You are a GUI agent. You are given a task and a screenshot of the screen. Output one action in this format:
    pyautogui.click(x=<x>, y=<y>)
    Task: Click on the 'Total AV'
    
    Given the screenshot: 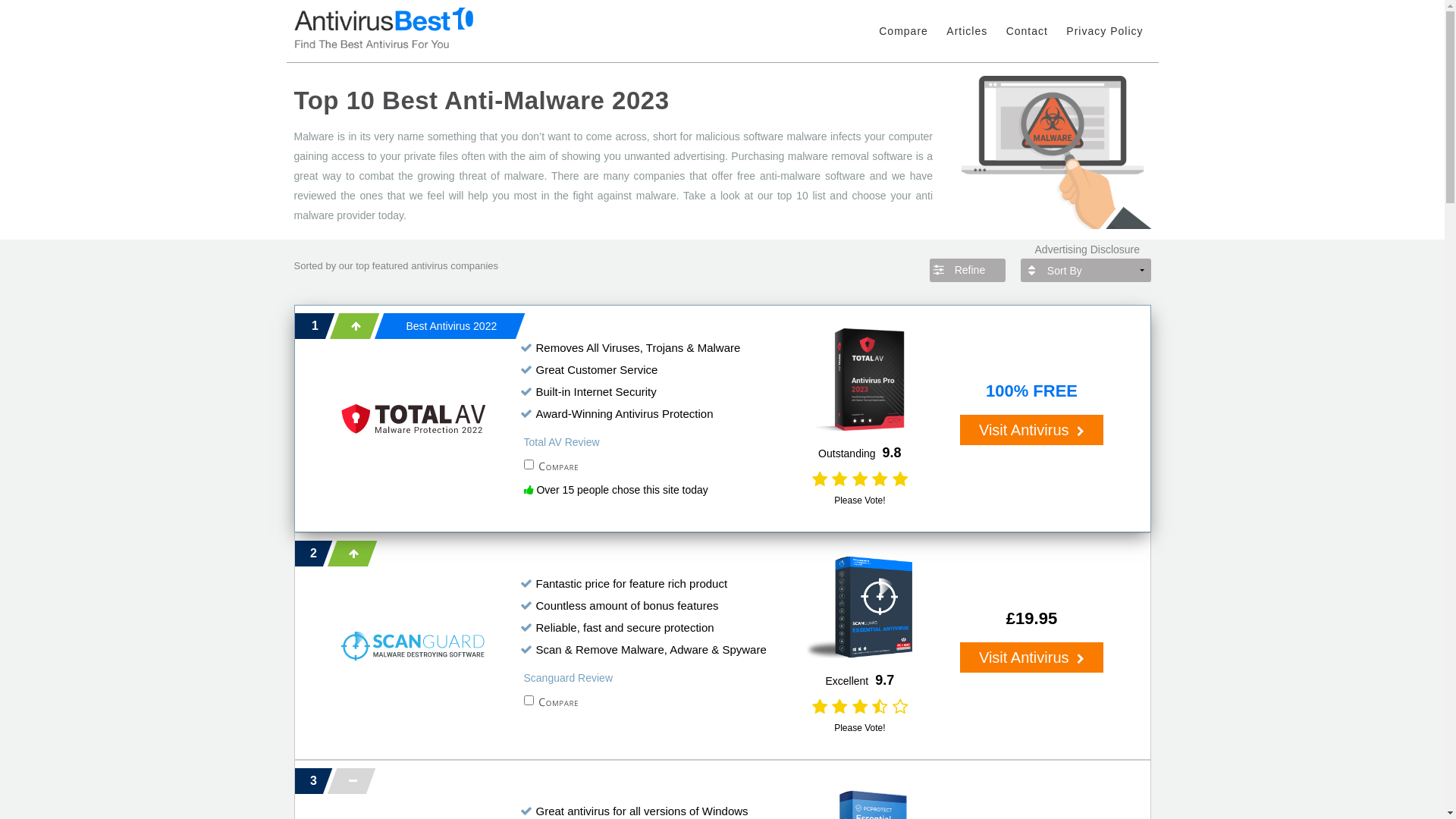 What is the action you would take?
    pyautogui.click(x=340, y=418)
    